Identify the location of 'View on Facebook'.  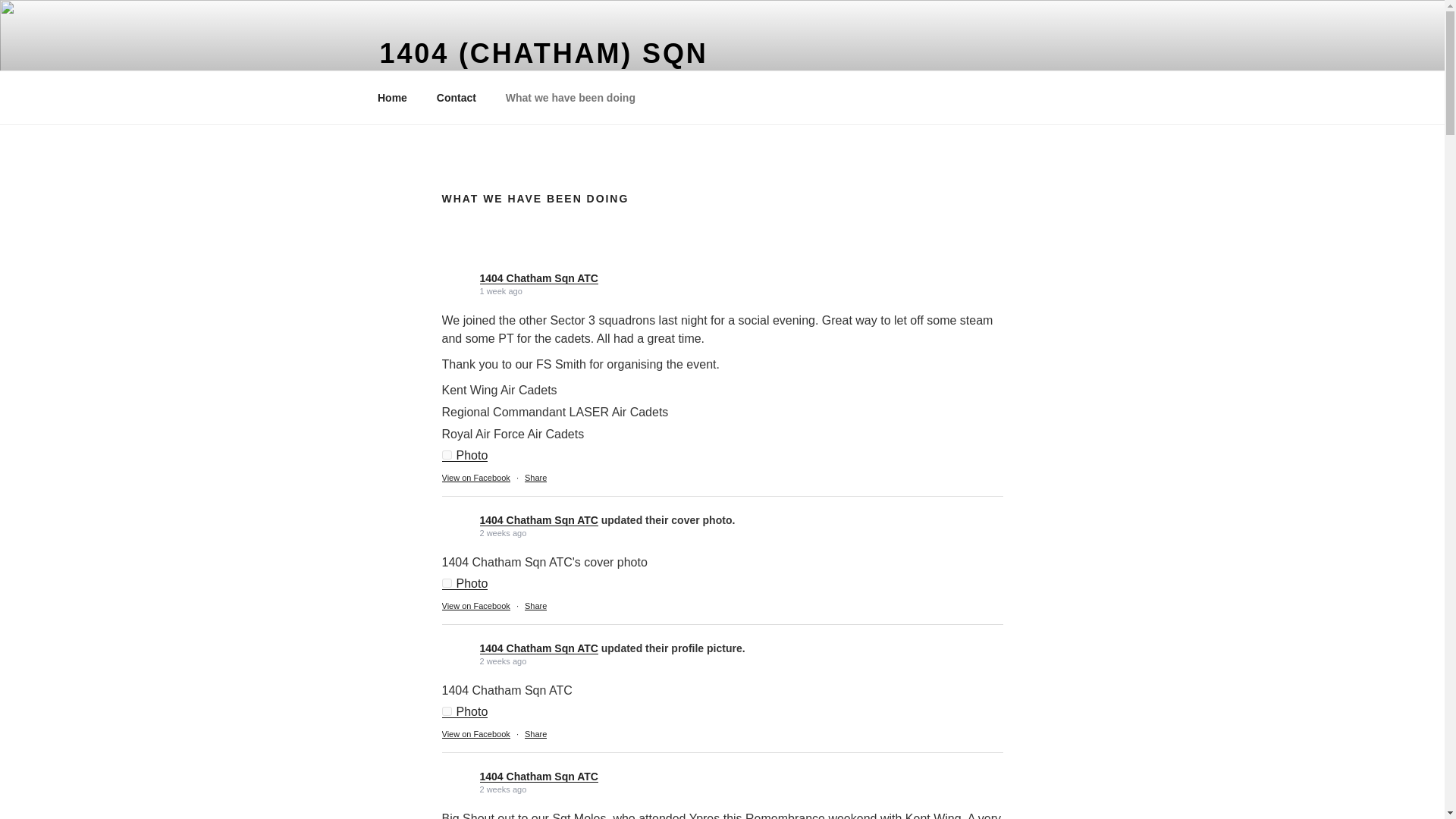
(475, 476).